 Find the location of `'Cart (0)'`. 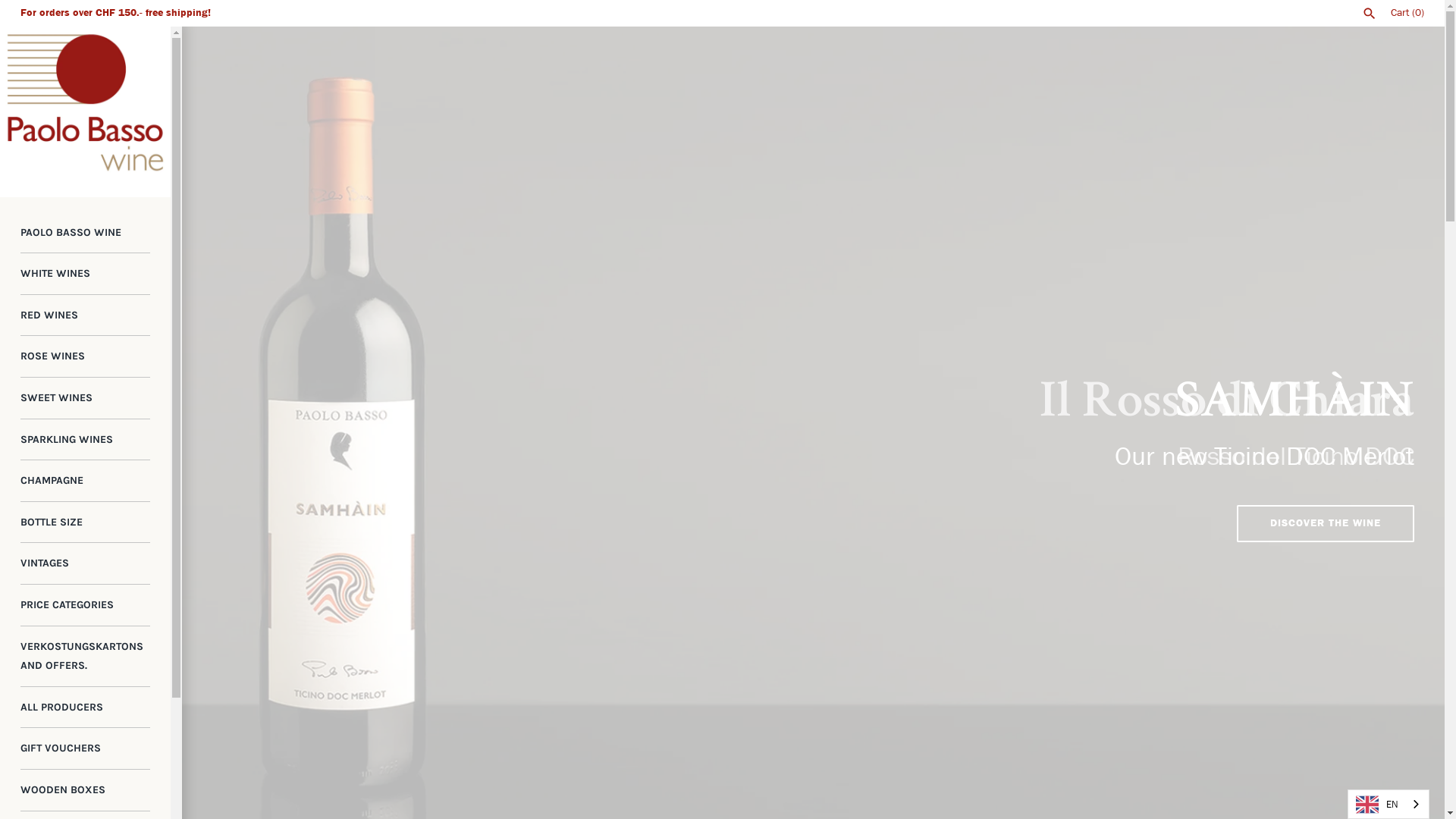

'Cart (0)' is located at coordinates (1407, 12).